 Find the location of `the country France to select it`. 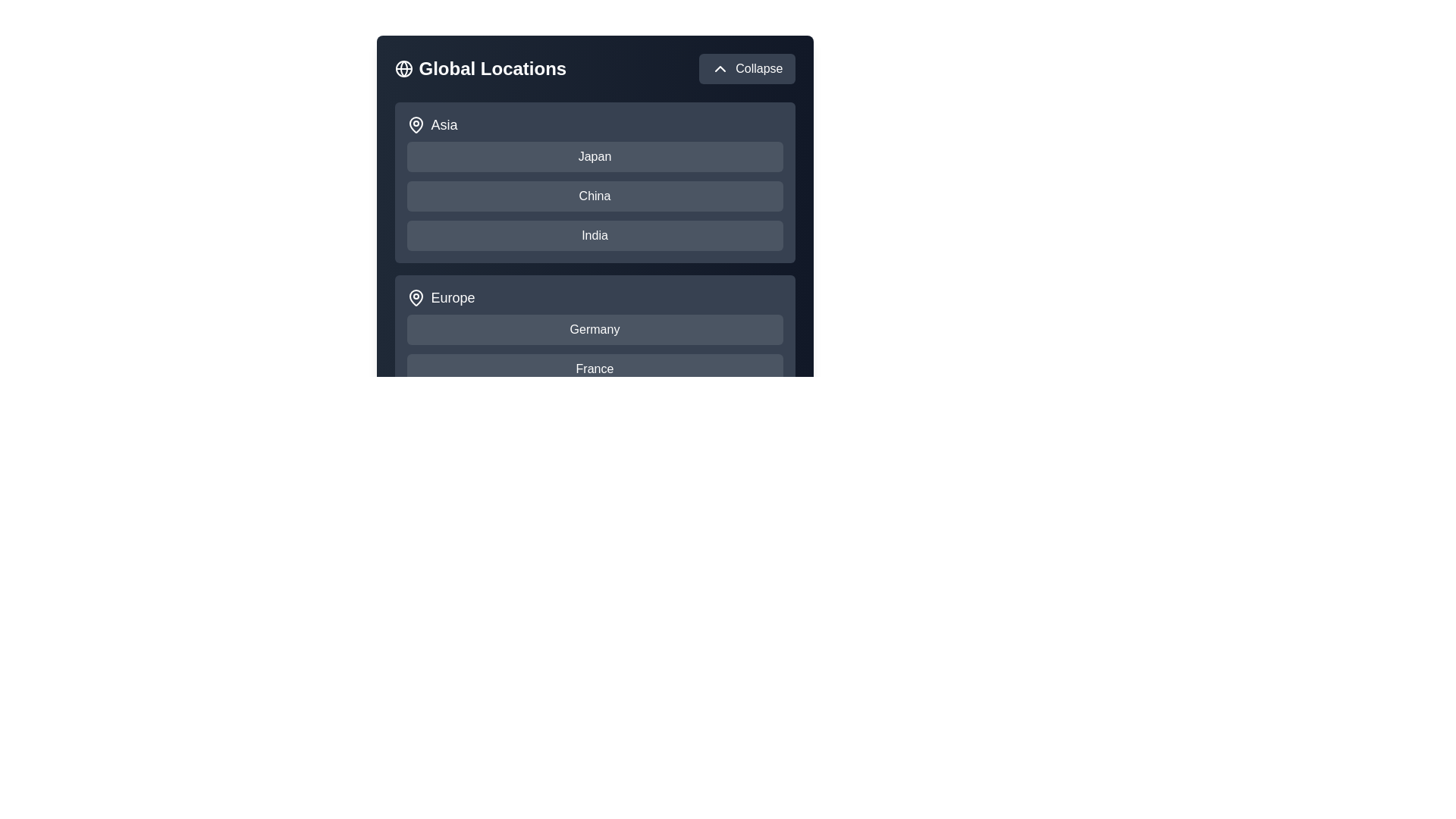

the country France to select it is located at coordinates (594, 369).